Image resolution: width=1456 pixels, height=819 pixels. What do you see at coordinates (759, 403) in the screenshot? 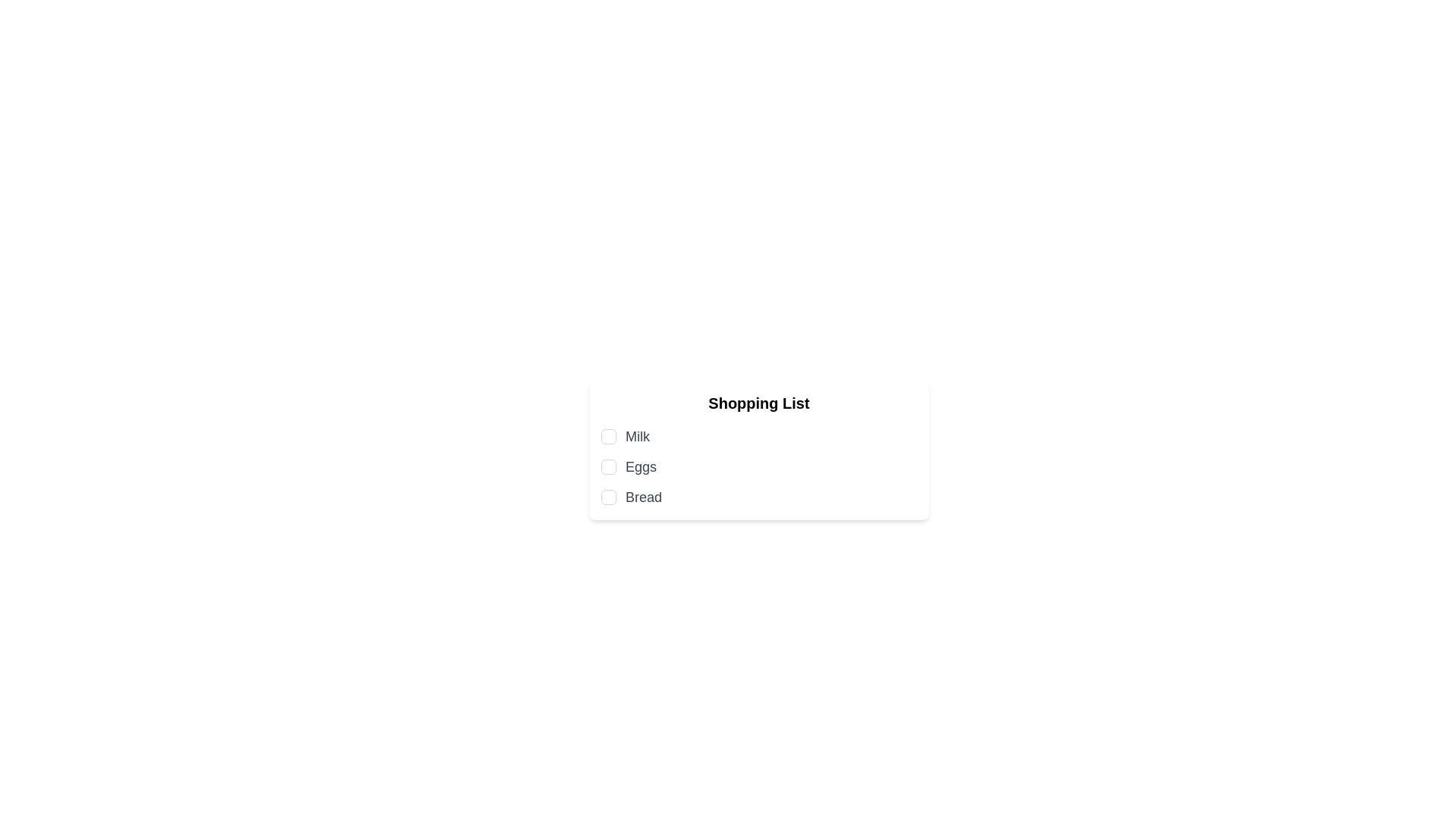
I see `the text header element styled with bold text that contains 'Shopping List', which serves as the title for the section above the list of items` at bounding box center [759, 403].